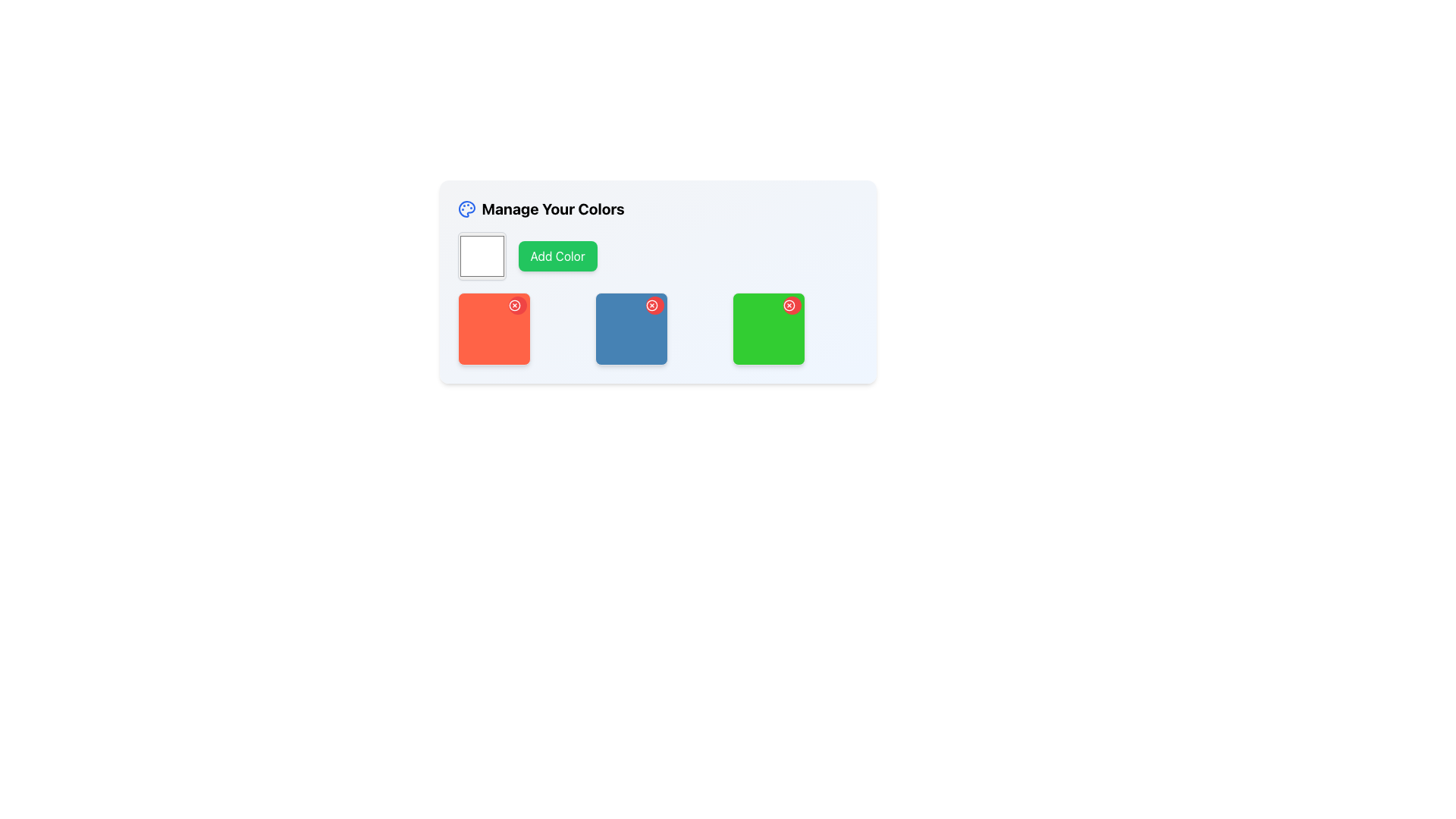 The height and width of the screenshot is (819, 1456). What do you see at coordinates (541, 209) in the screenshot?
I see `text 'Manage Your Colors' located at the top-left section of the interface, styled in bold and large font, accompanied by a blue color palette icon` at bounding box center [541, 209].